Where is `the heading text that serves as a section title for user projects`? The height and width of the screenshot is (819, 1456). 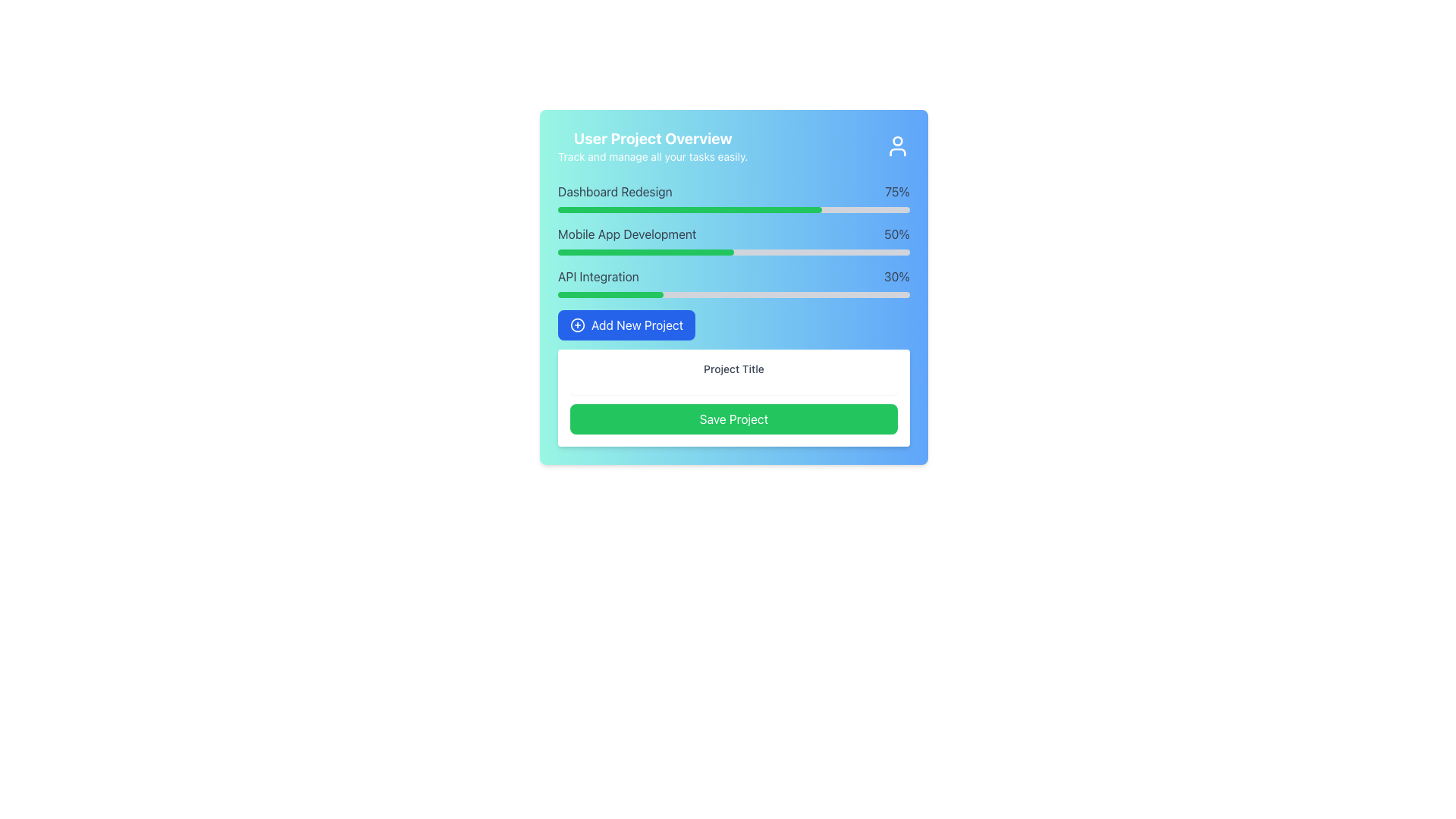
the heading text that serves as a section title for user projects is located at coordinates (653, 138).